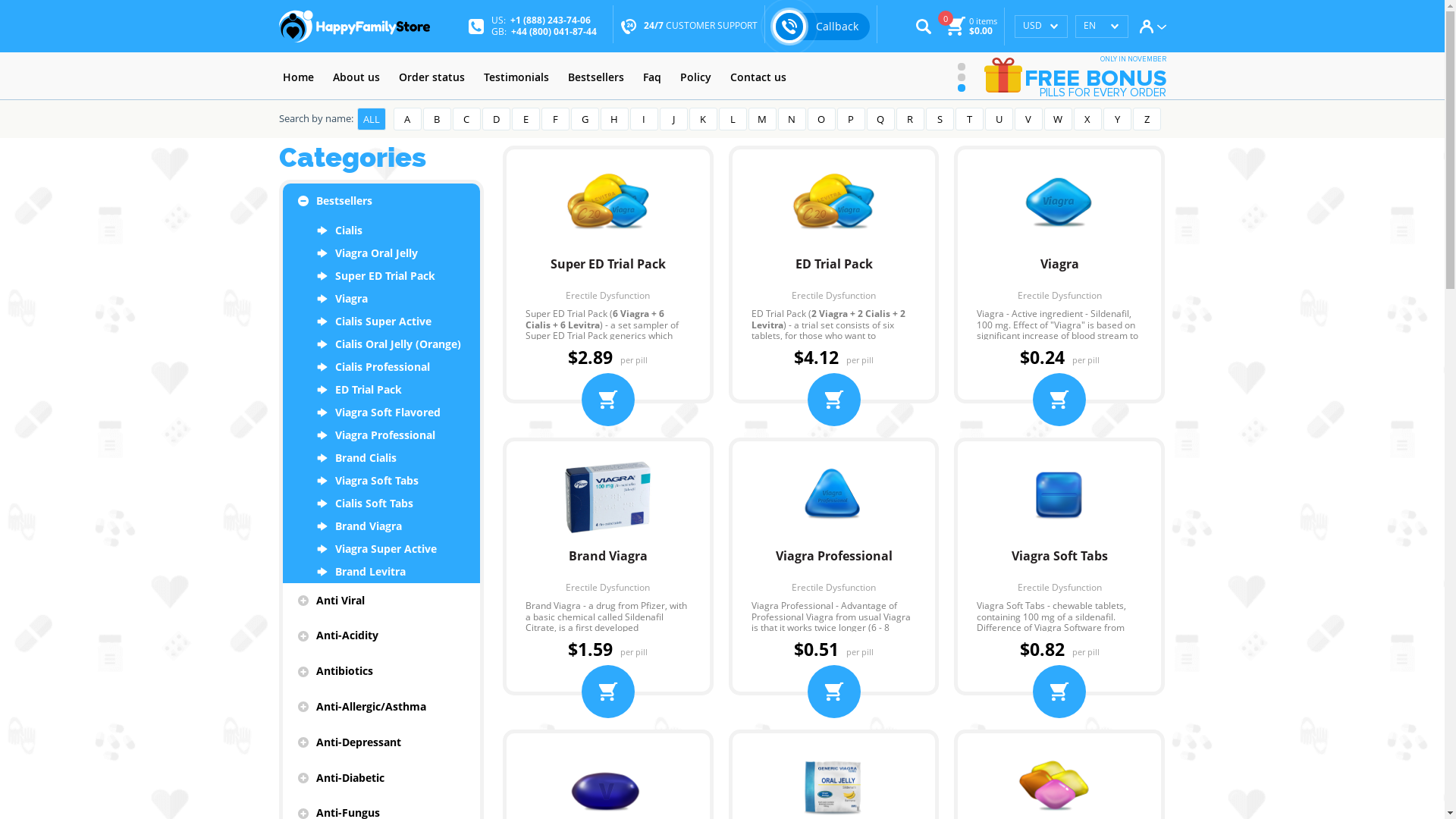  What do you see at coordinates (638, 77) in the screenshot?
I see `'faq'` at bounding box center [638, 77].